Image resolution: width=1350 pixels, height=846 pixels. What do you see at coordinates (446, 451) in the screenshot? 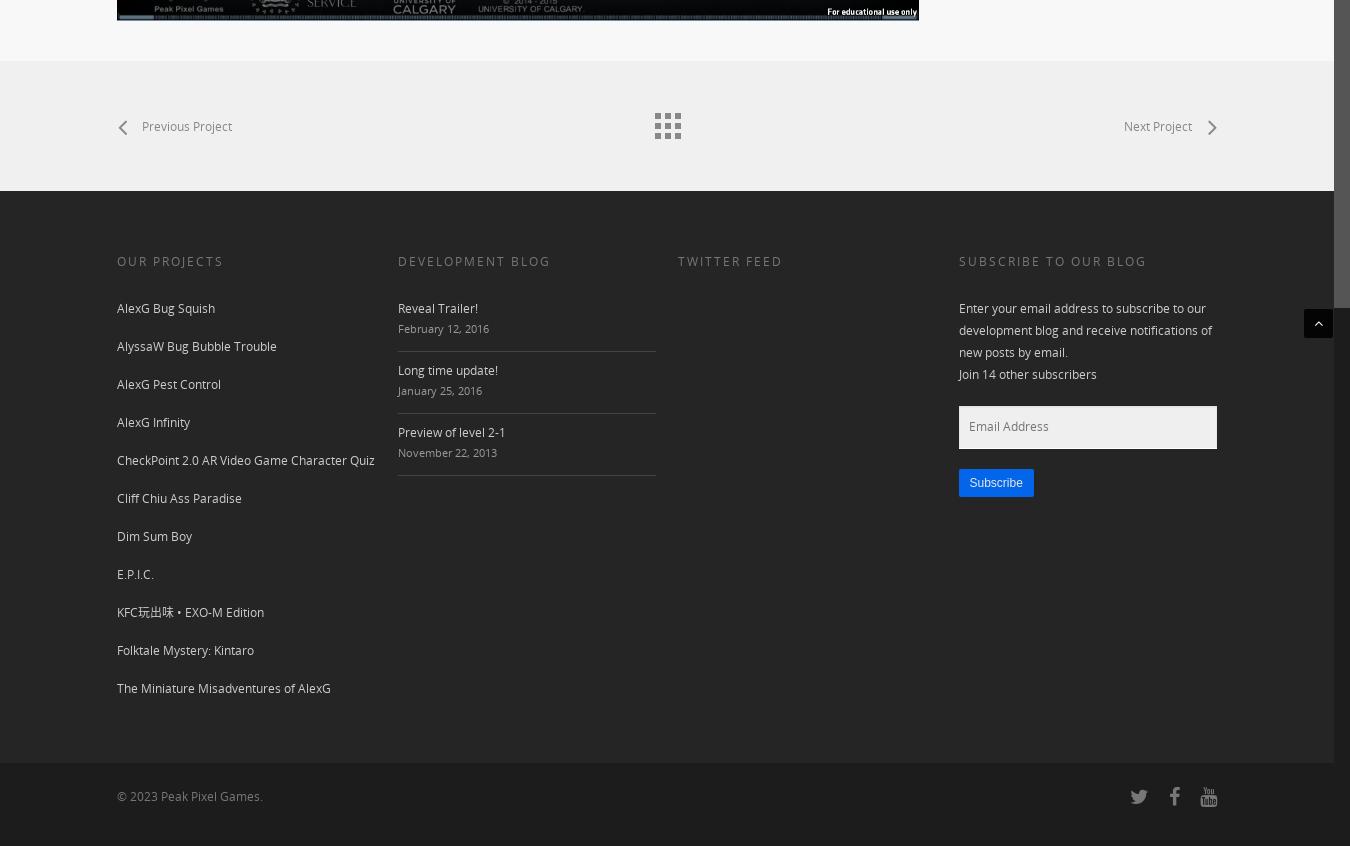
I see `'November 22, 2013'` at bounding box center [446, 451].